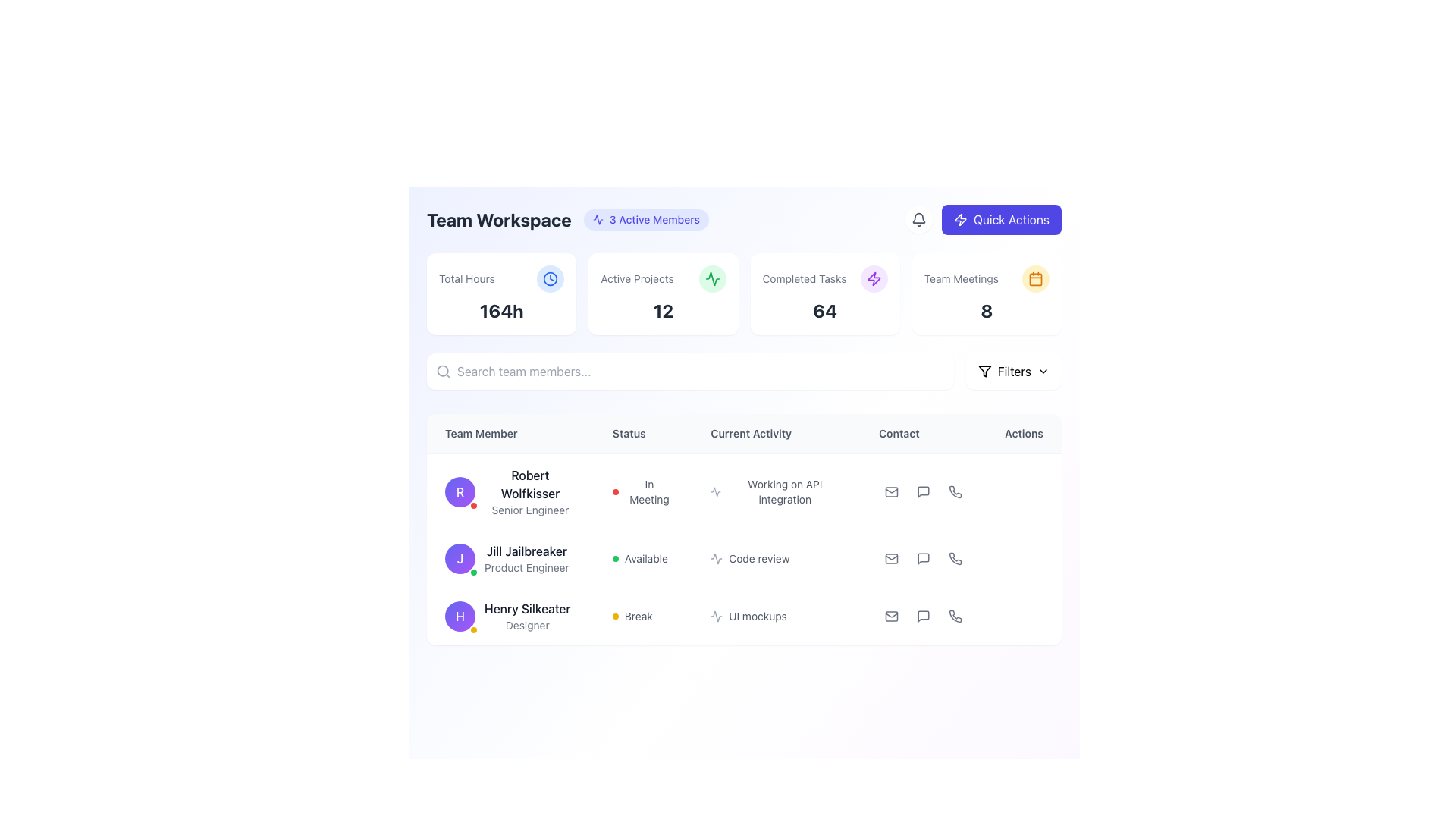 This screenshot has height=819, width=1456. Describe the element at coordinates (1024, 617) in the screenshot. I see `the ellipsis menu button in the 'Actions' column of the third row corresponding to the 'Henry Silkeater' entry` at that location.